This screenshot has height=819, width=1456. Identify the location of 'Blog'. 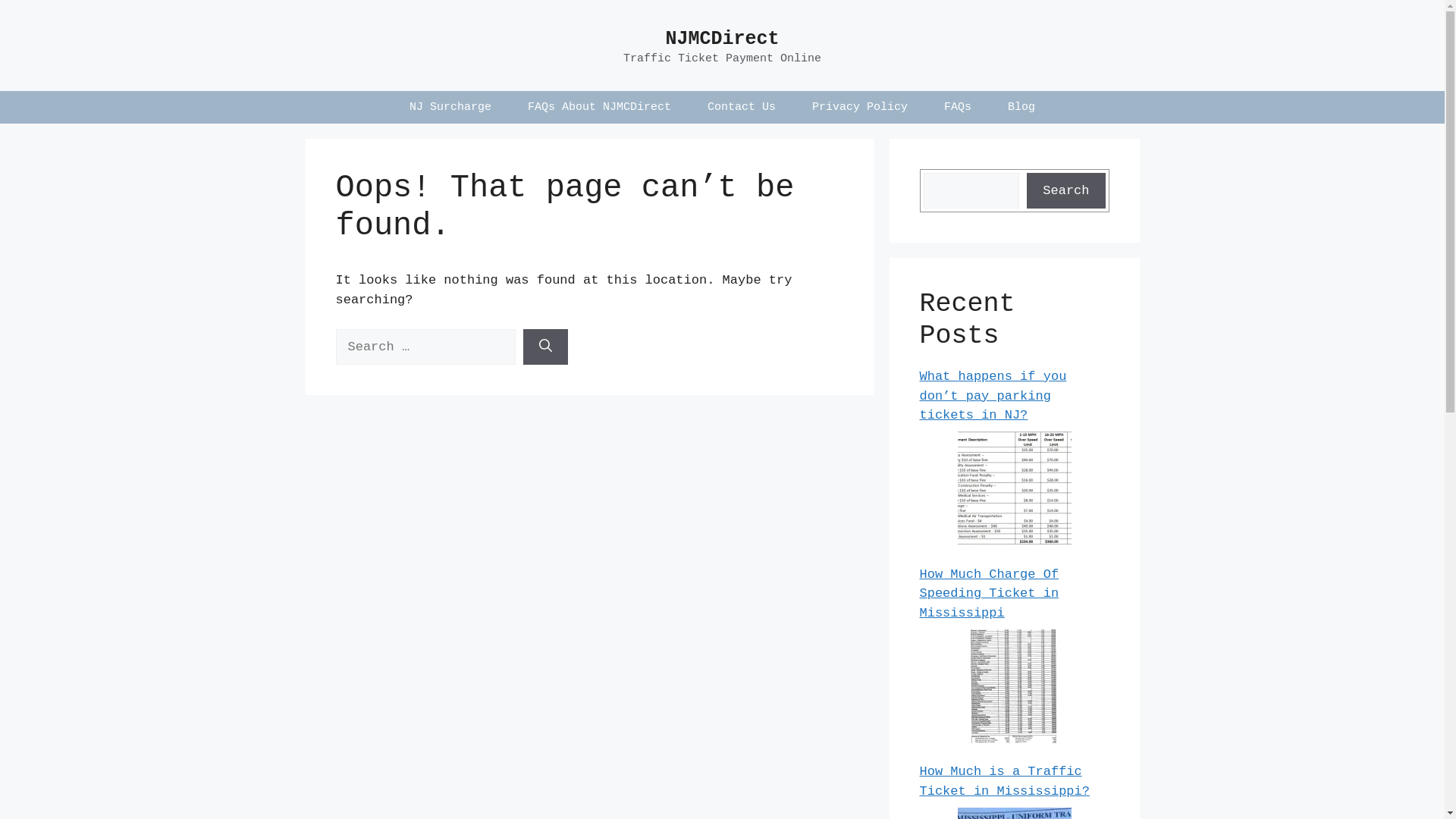
(1021, 106).